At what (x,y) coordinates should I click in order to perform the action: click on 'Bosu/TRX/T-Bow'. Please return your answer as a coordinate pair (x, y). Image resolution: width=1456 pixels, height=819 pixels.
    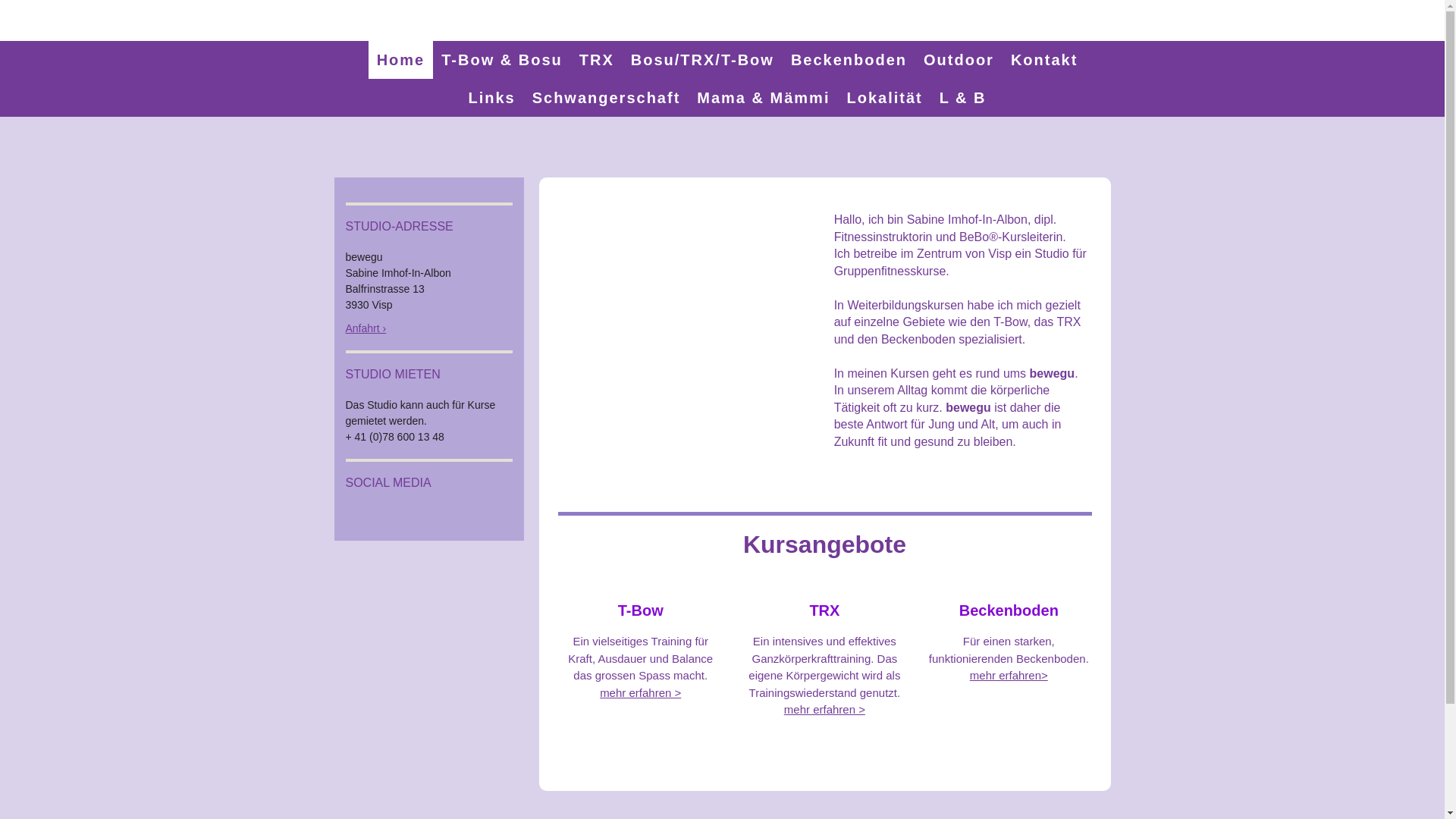
    Looking at the image, I should click on (622, 58).